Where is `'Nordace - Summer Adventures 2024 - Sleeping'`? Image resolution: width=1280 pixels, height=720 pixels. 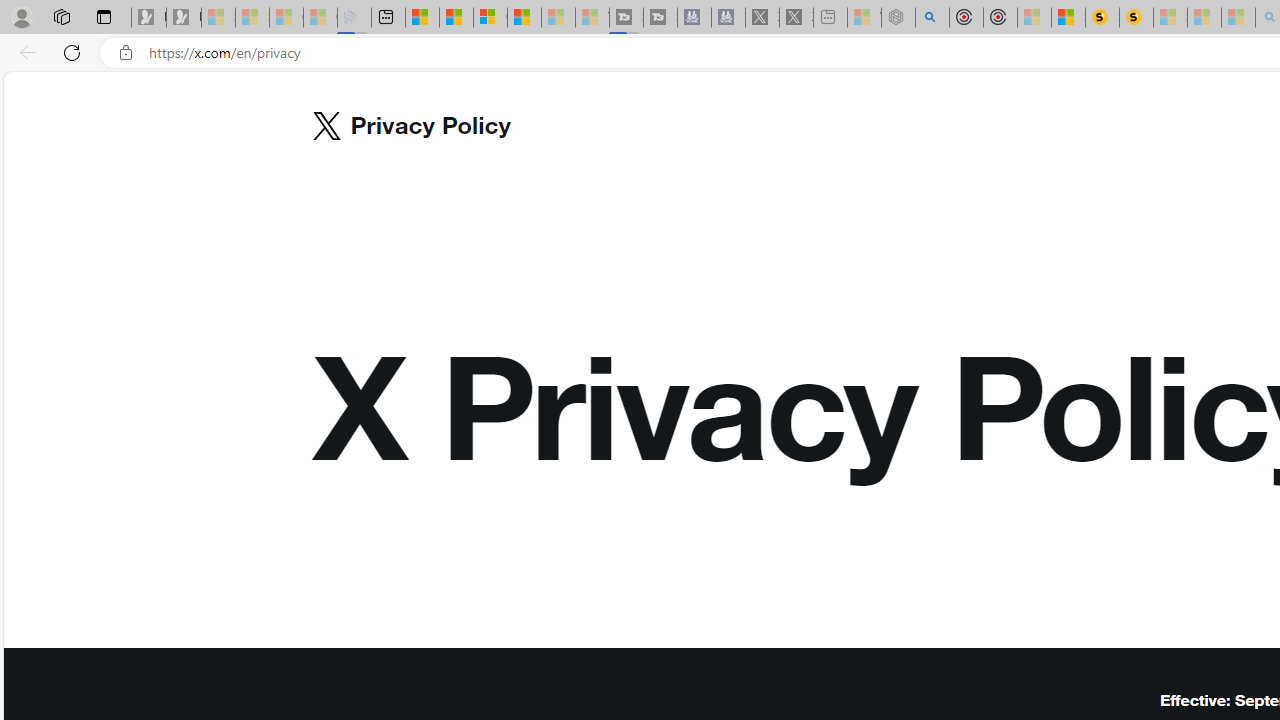 'Nordace - Summer Adventures 2024 - Sleeping' is located at coordinates (897, 17).